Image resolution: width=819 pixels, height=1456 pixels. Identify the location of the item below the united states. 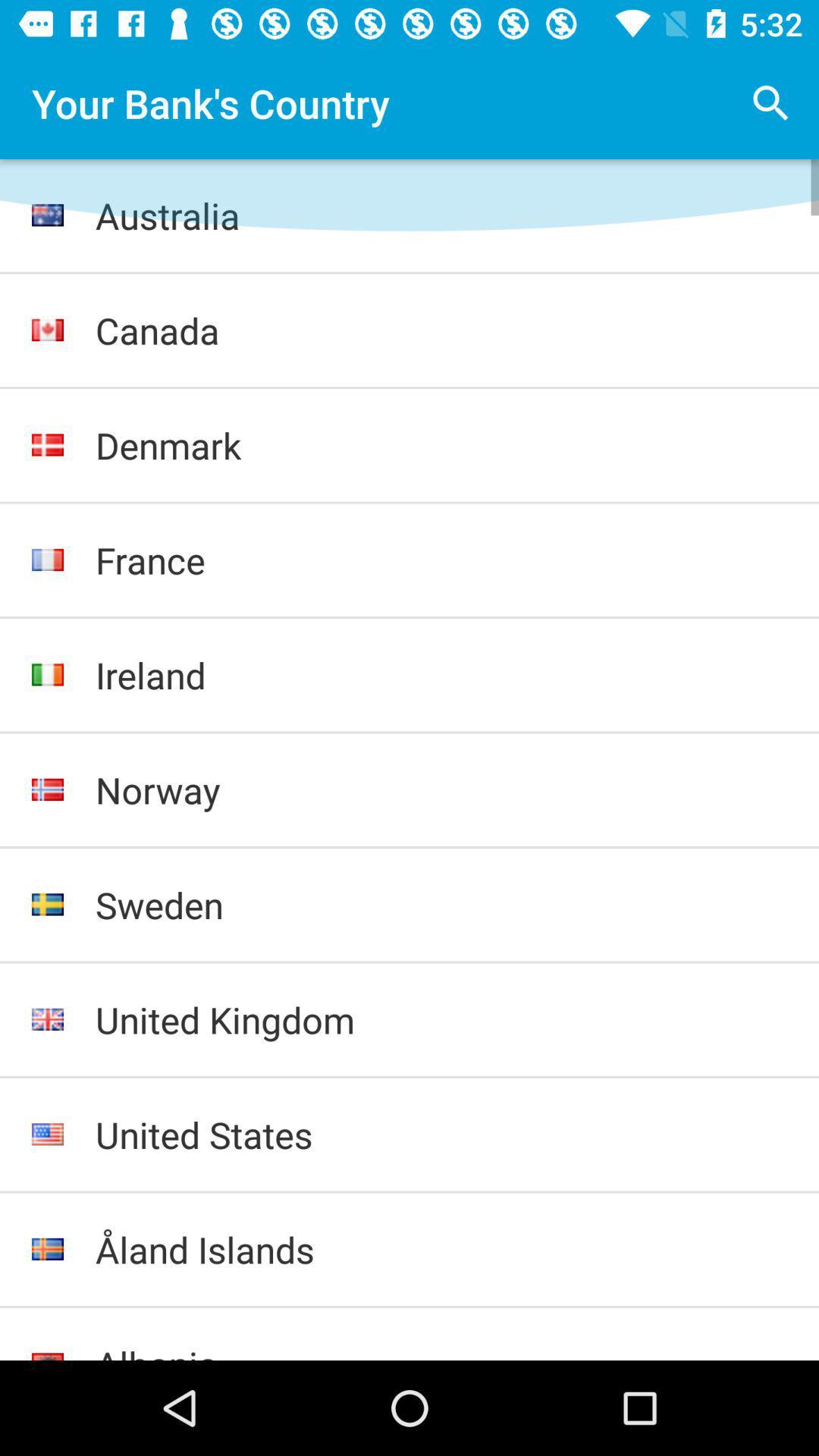
(441, 1249).